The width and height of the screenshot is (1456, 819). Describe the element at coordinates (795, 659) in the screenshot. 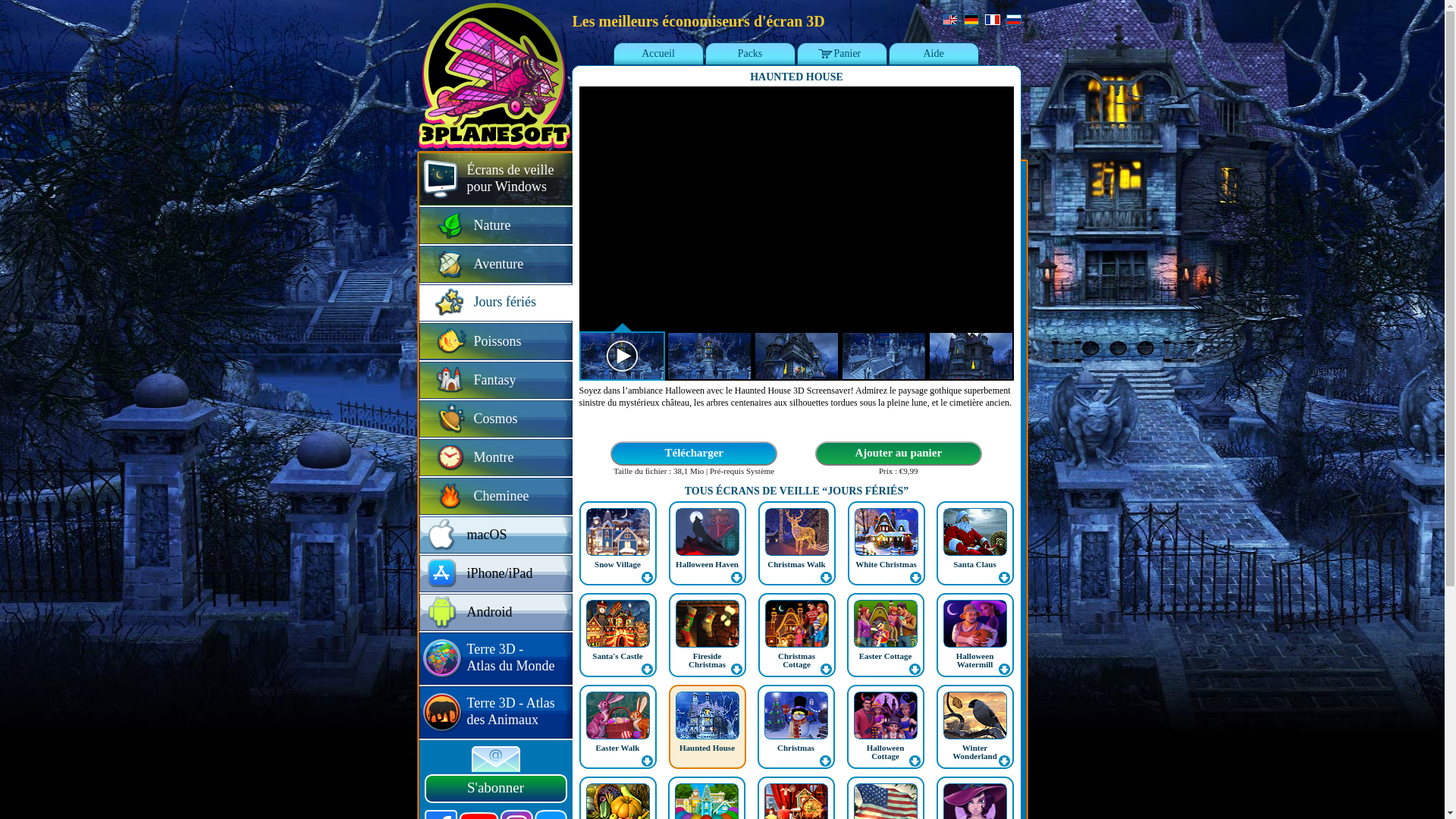

I see `'Christmas Cottage'` at that location.